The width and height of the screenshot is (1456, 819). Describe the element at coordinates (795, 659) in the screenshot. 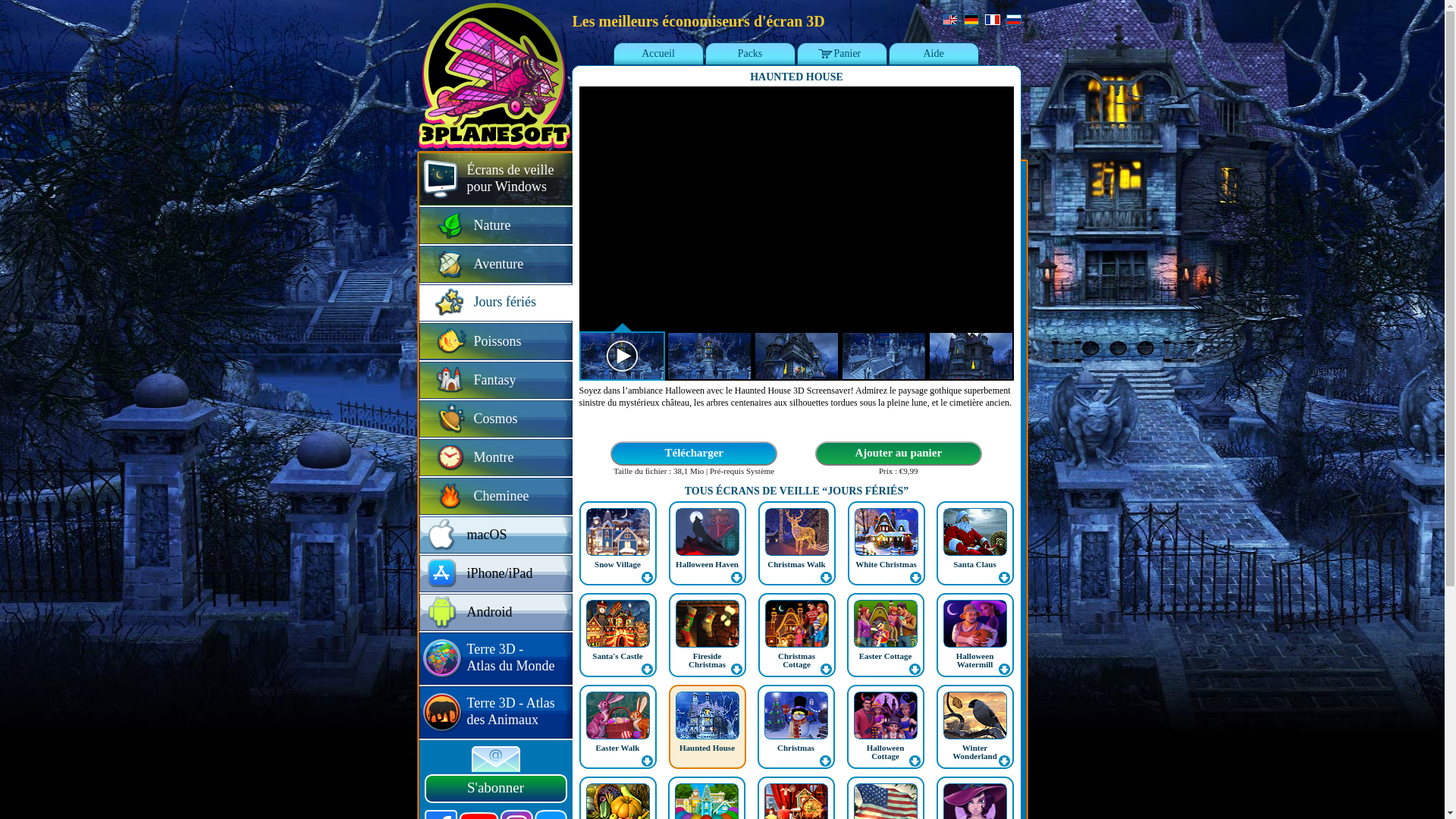

I see `'Christmas Cottage'` at that location.